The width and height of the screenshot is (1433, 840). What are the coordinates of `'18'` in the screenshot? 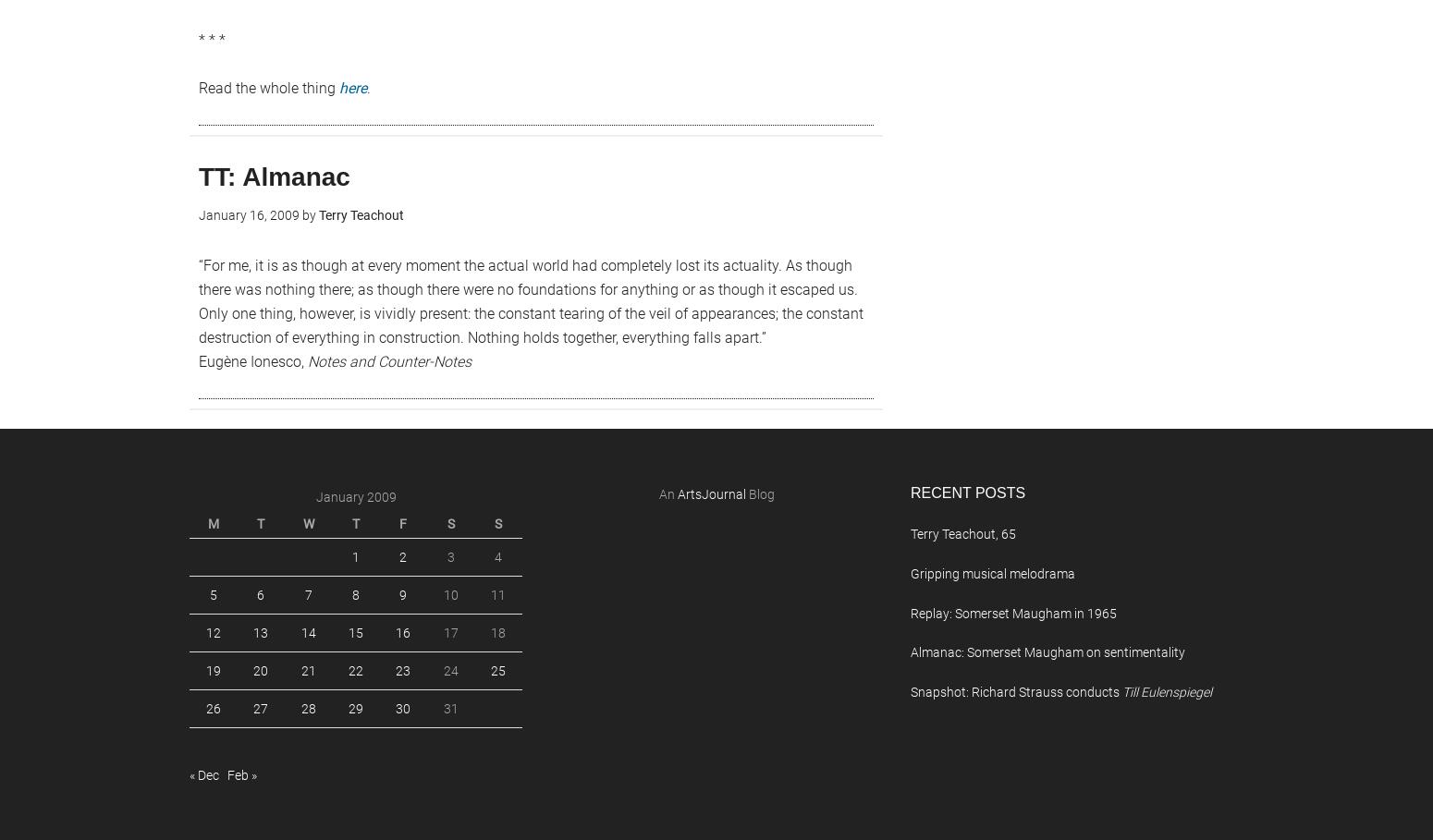 It's located at (496, 633).